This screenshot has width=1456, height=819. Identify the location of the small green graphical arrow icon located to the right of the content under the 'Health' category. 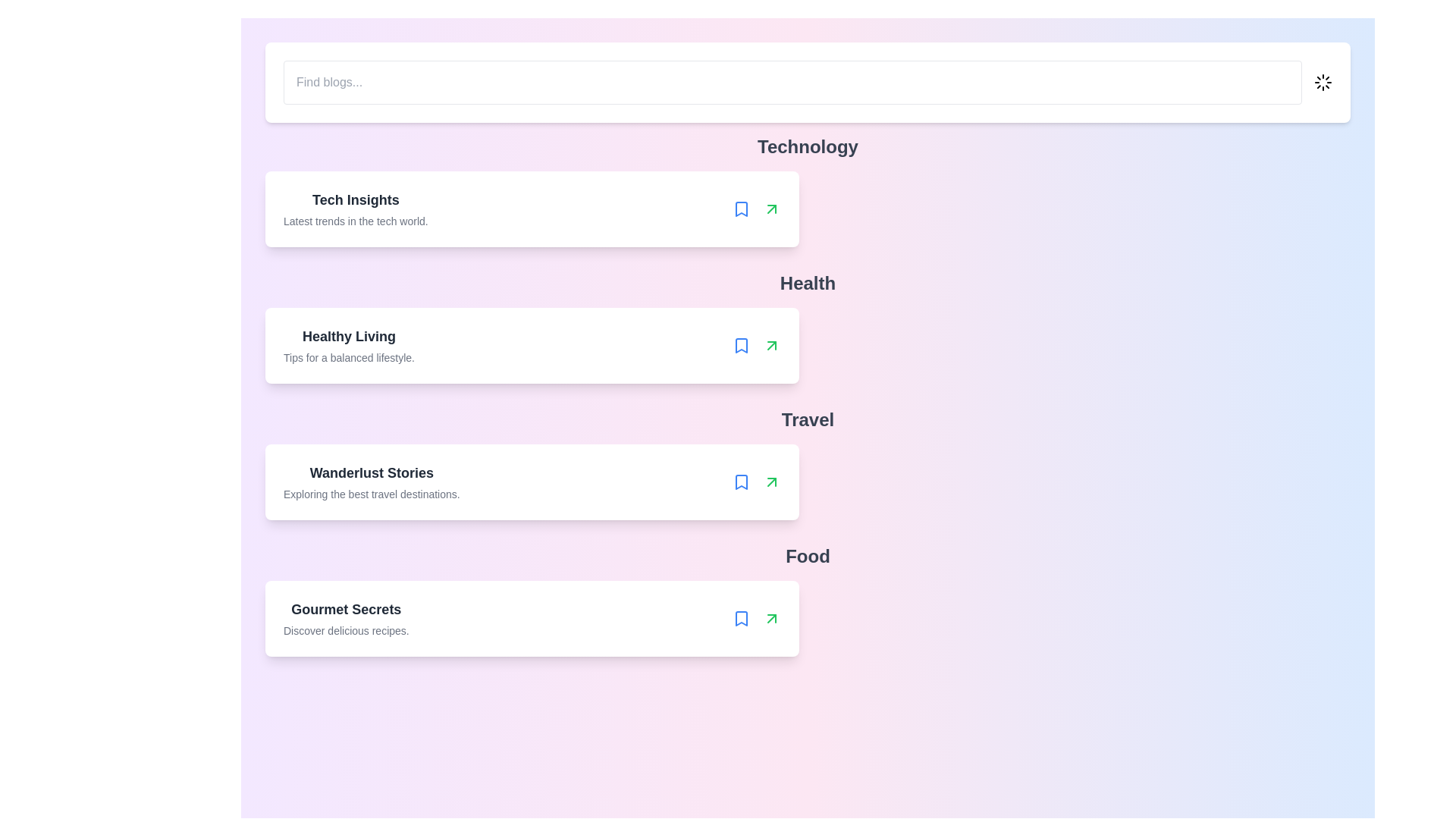
(771, 345).